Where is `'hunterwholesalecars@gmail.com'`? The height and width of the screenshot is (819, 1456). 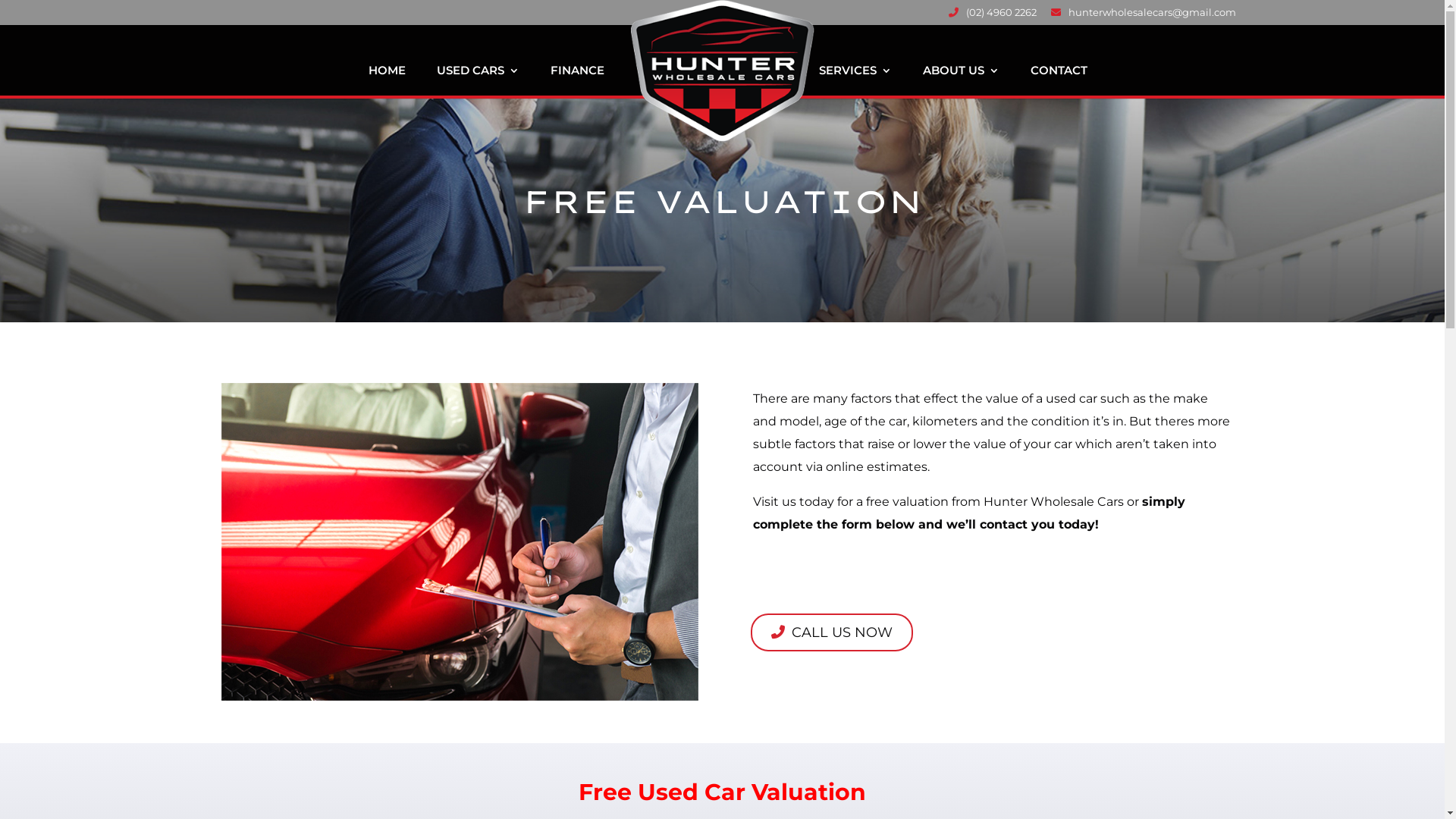
'hunterwholesalecars@gmail.com' is located at coordinates (1143, 16).